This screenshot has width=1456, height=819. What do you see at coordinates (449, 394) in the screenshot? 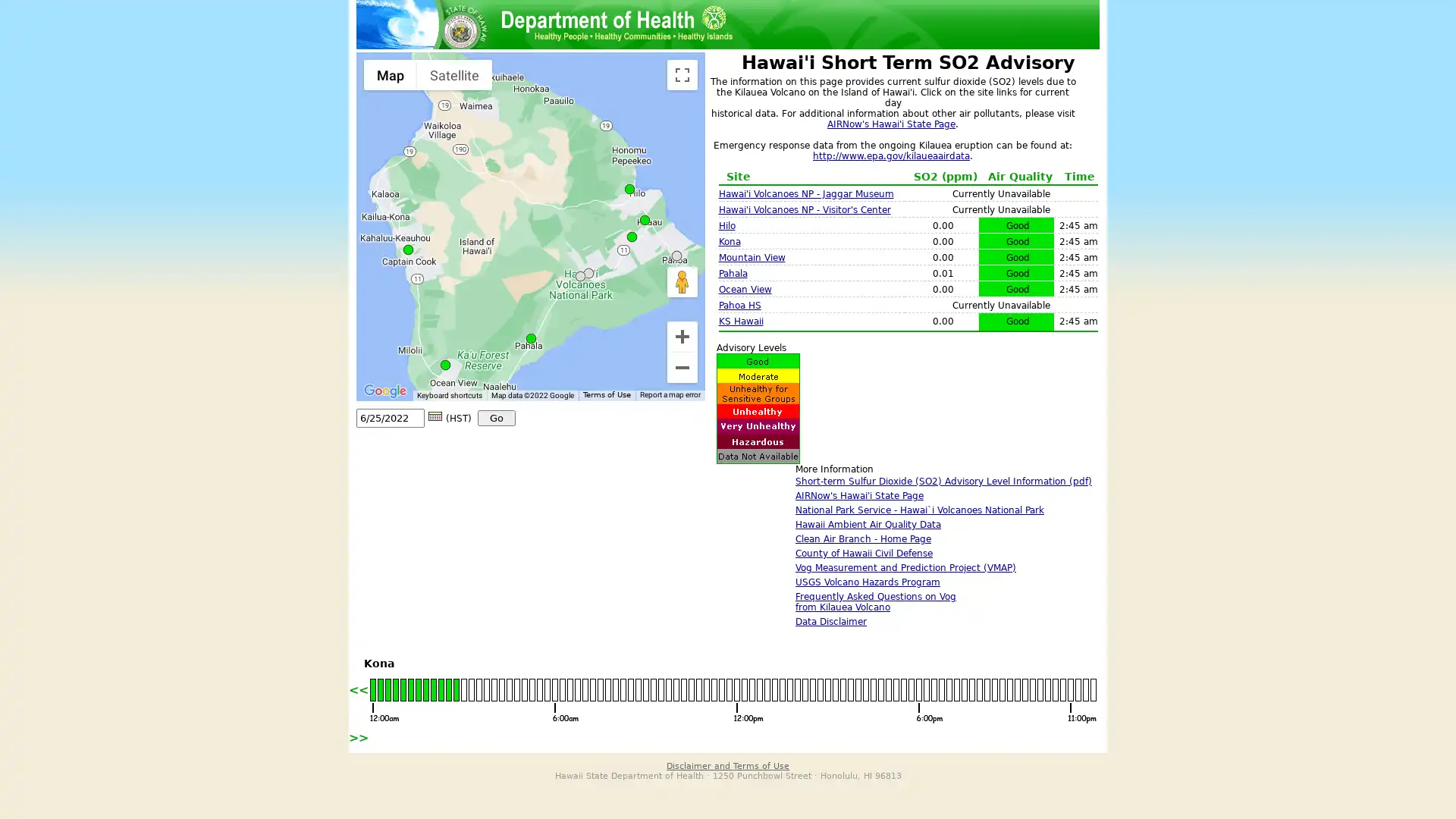
I see `Keyboard shortcuts` at bounding box center [449, 394].